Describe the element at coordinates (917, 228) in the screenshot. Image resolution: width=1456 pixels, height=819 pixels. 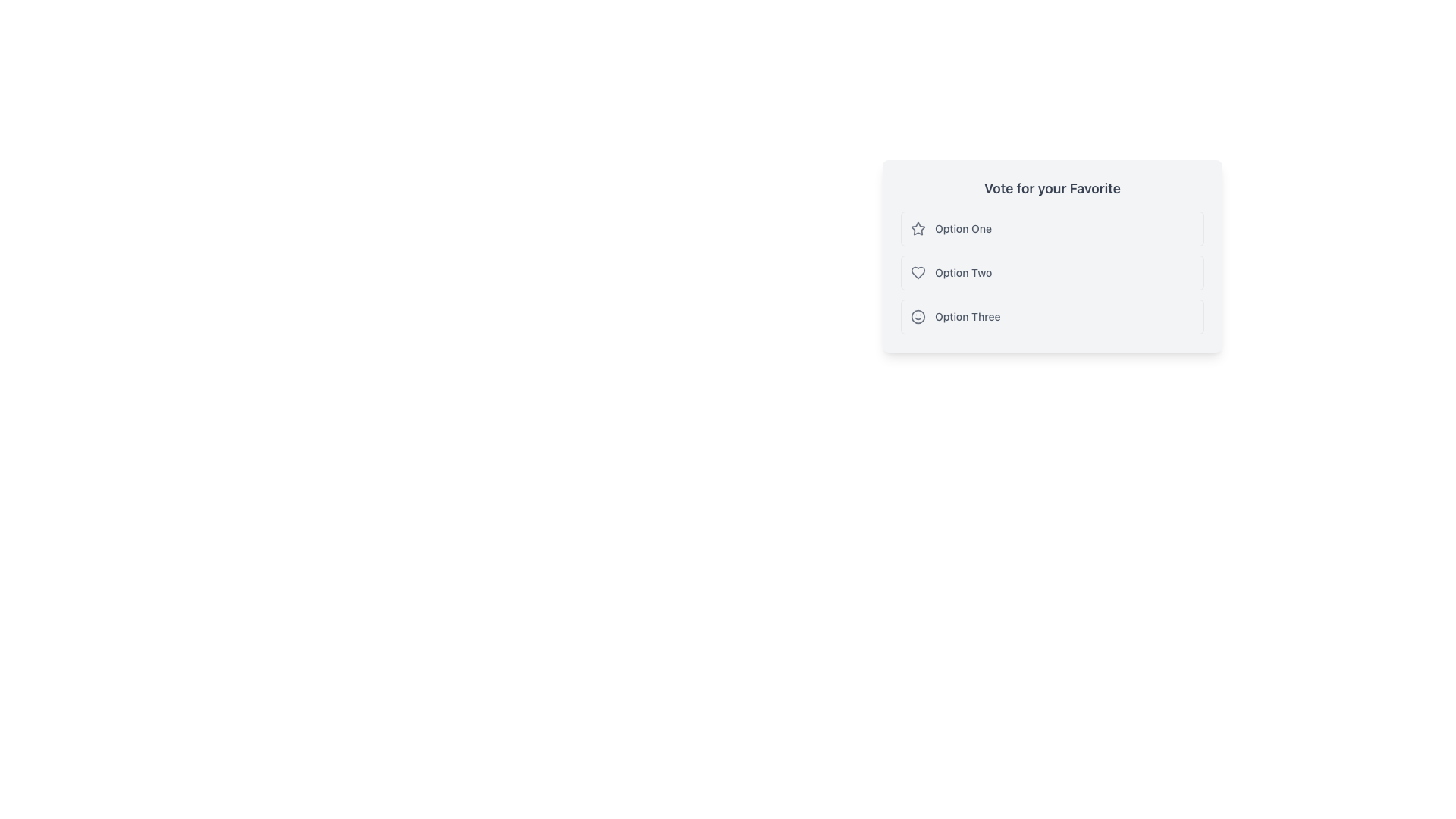
I see `the star-shaped icon with a hollow outline located to the left of the text label 'Option One'` at that location.